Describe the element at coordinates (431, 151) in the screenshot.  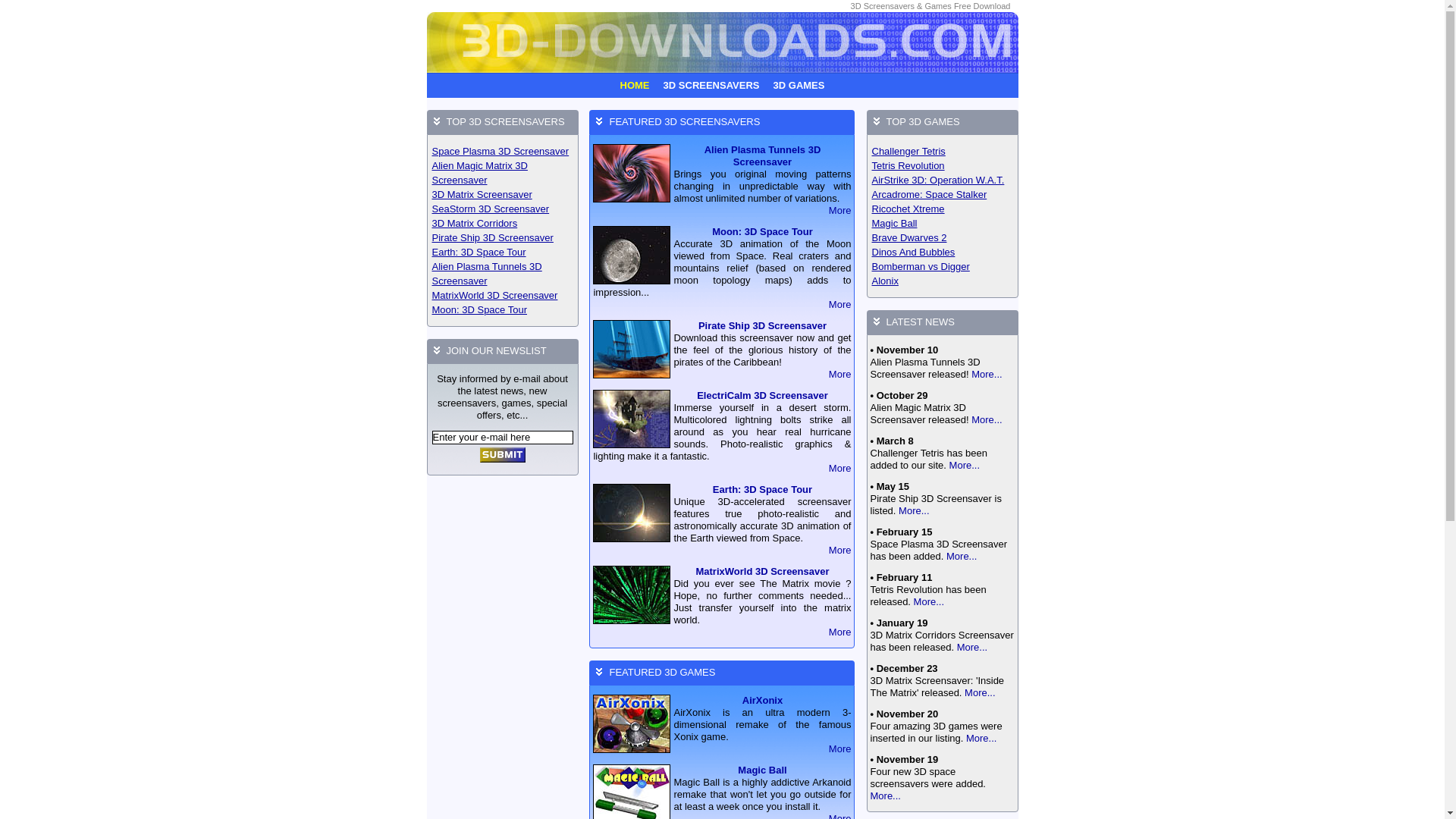
I see `'Space Plasma 3D Screensaver'` at that location.